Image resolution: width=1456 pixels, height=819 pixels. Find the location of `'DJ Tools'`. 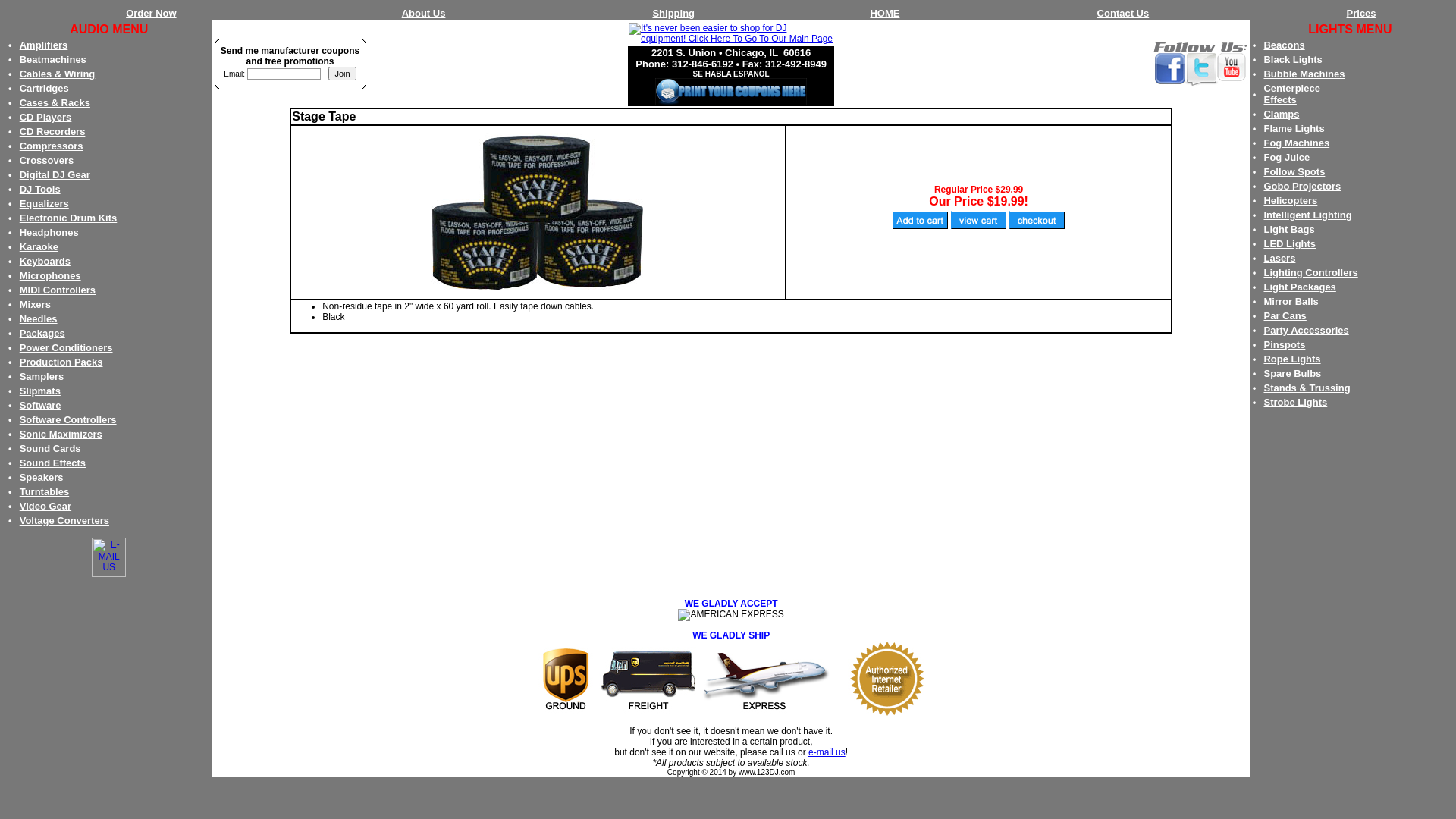

'DJ Tools' is located at coordinates (39, 188).